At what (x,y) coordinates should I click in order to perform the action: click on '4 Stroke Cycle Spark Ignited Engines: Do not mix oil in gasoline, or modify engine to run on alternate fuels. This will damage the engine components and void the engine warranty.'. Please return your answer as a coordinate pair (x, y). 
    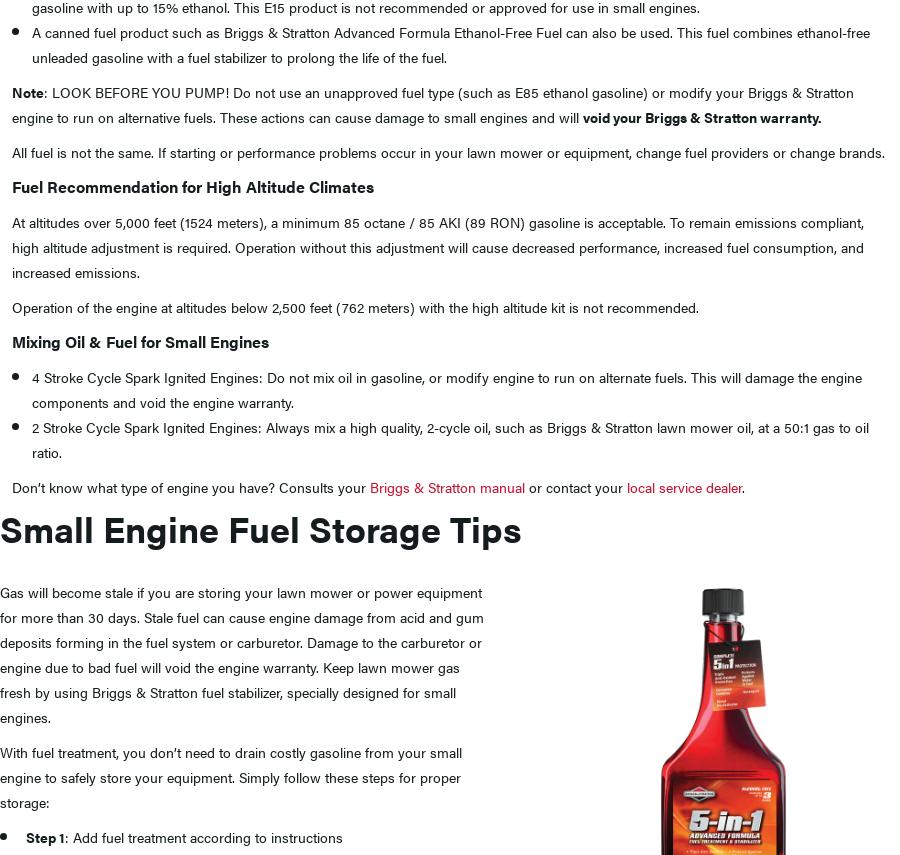
    Looking at the image, I should click on (447, 388).